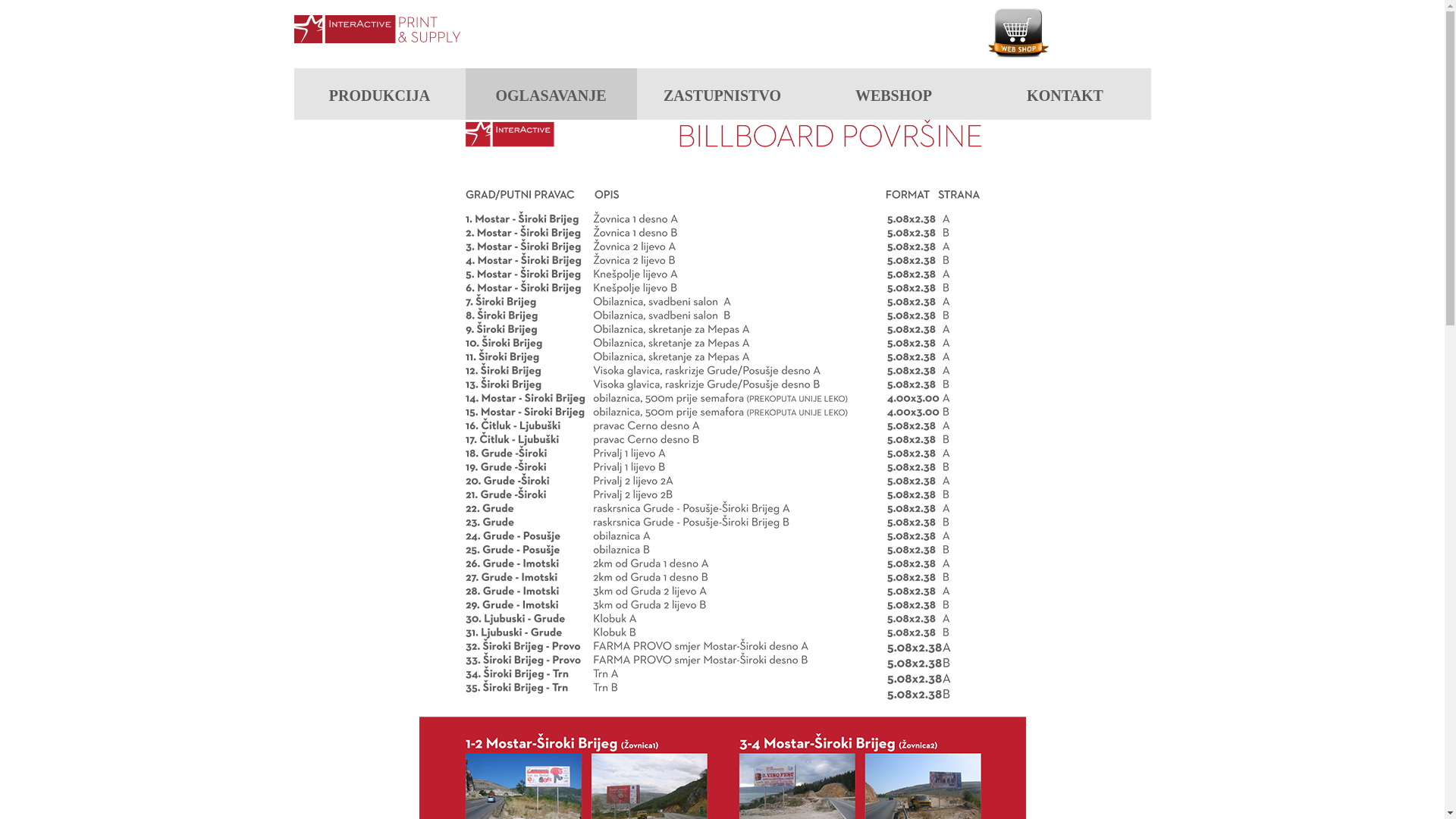  Describe the element at coordinates (379, 93) in the screenshot. I see `'PRODUKCIJA'` at that location.